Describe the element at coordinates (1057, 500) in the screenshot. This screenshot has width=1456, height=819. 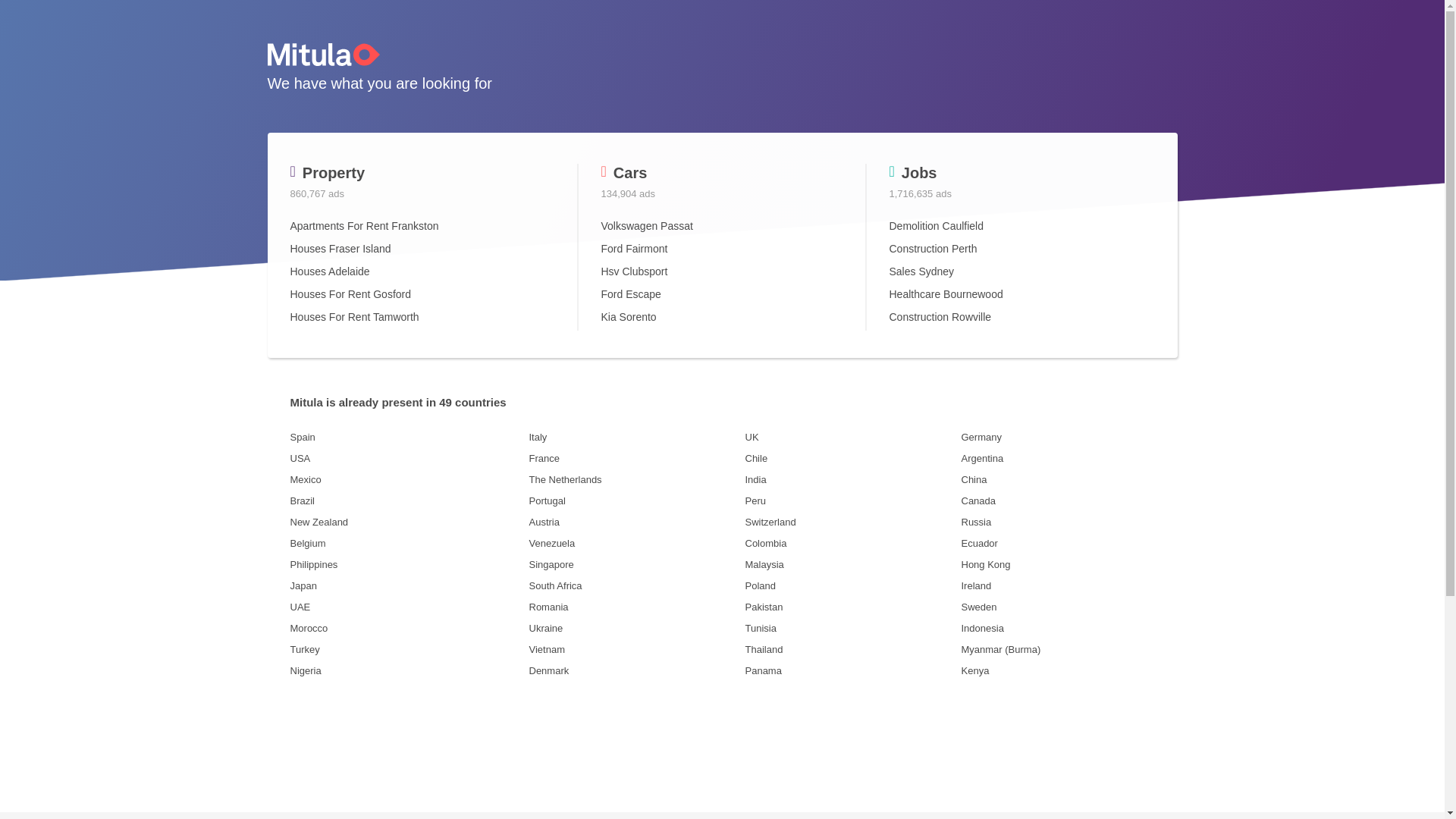
I see `'Canada'` at that location.